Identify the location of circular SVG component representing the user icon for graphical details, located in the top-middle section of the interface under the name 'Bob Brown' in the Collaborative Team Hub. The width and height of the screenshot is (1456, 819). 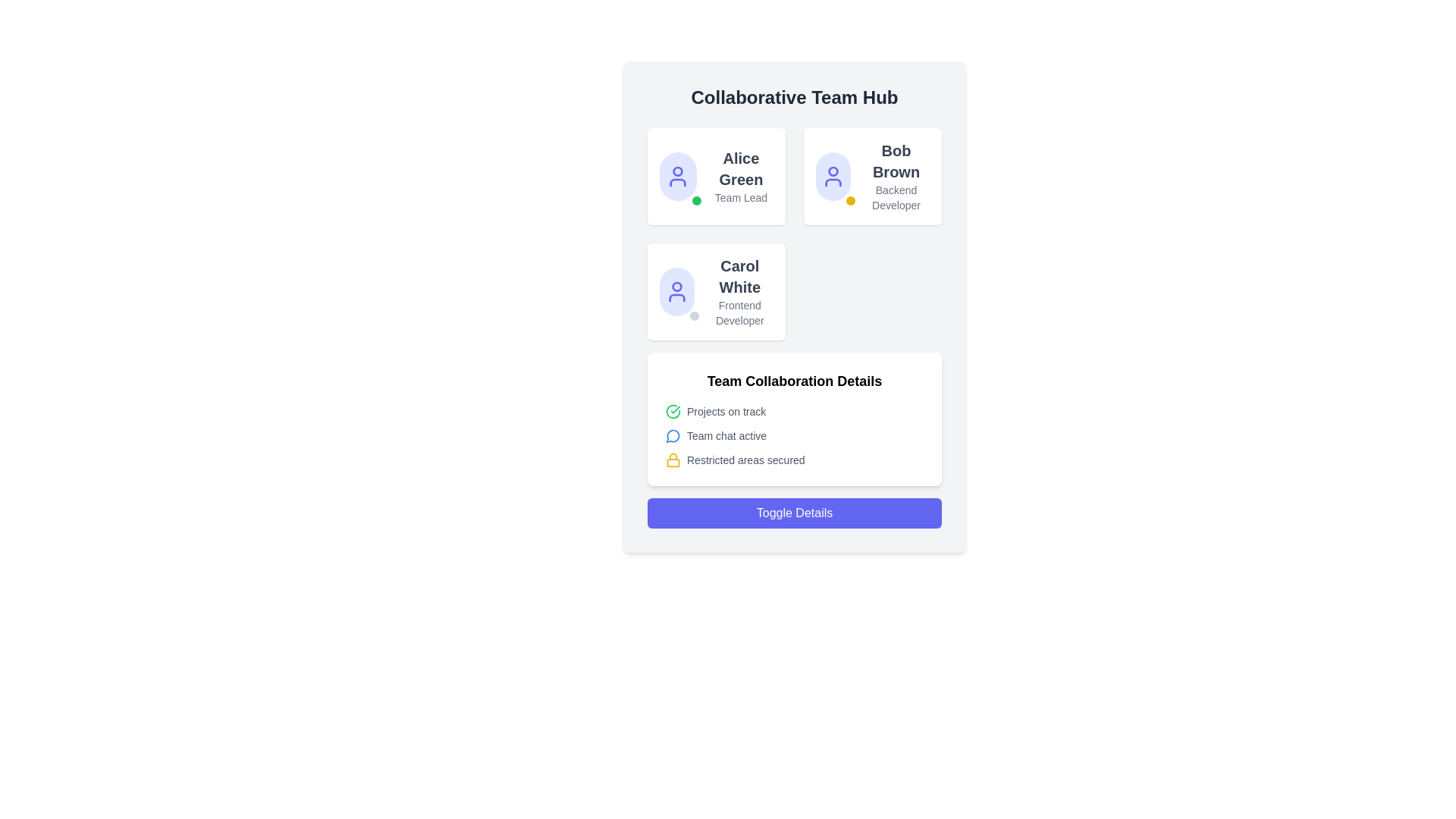
(833, 171).